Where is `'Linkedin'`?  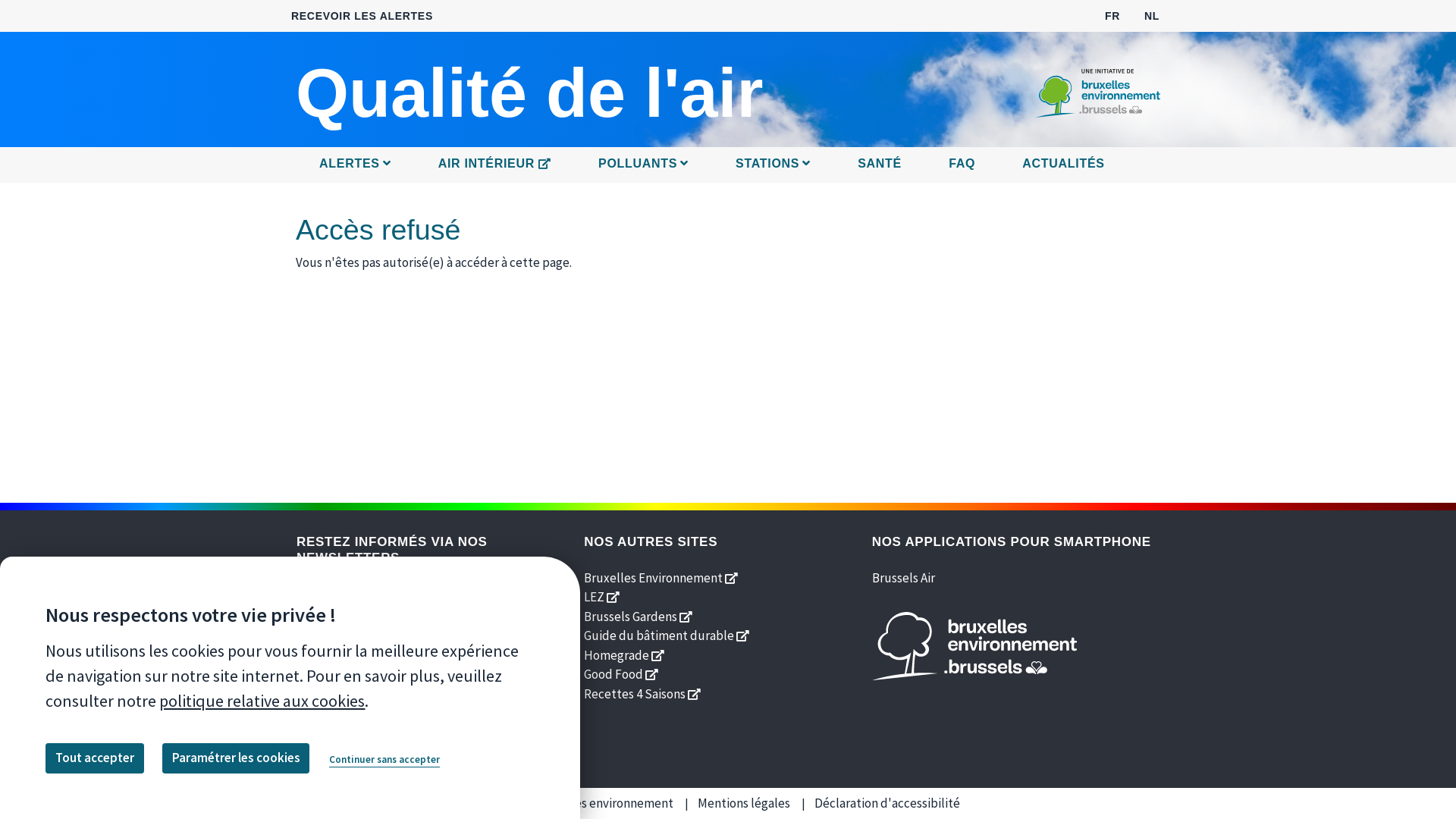 'Linkedin' is located at coordinates (414, 686).